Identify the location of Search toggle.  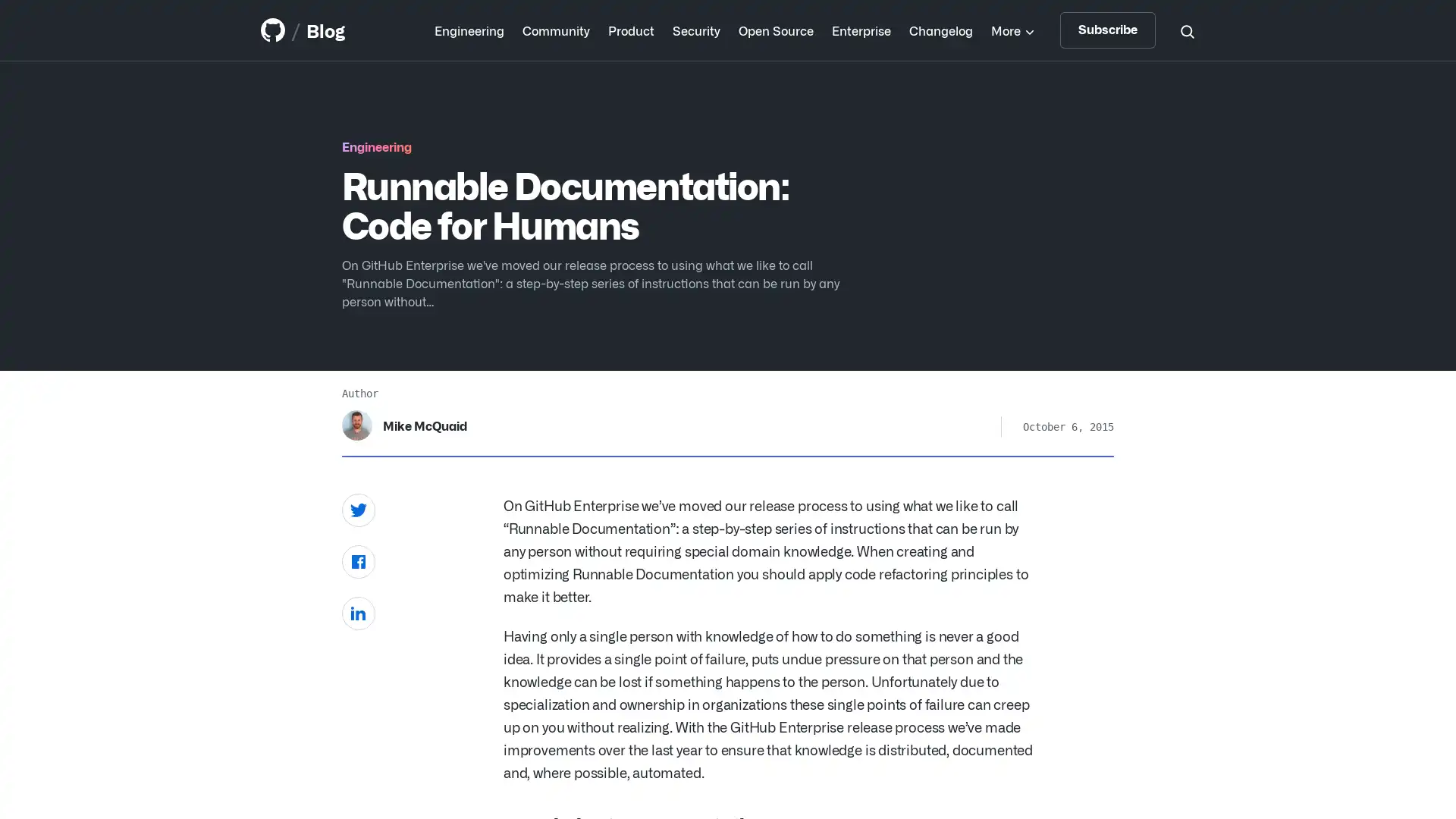
(1186, 29).